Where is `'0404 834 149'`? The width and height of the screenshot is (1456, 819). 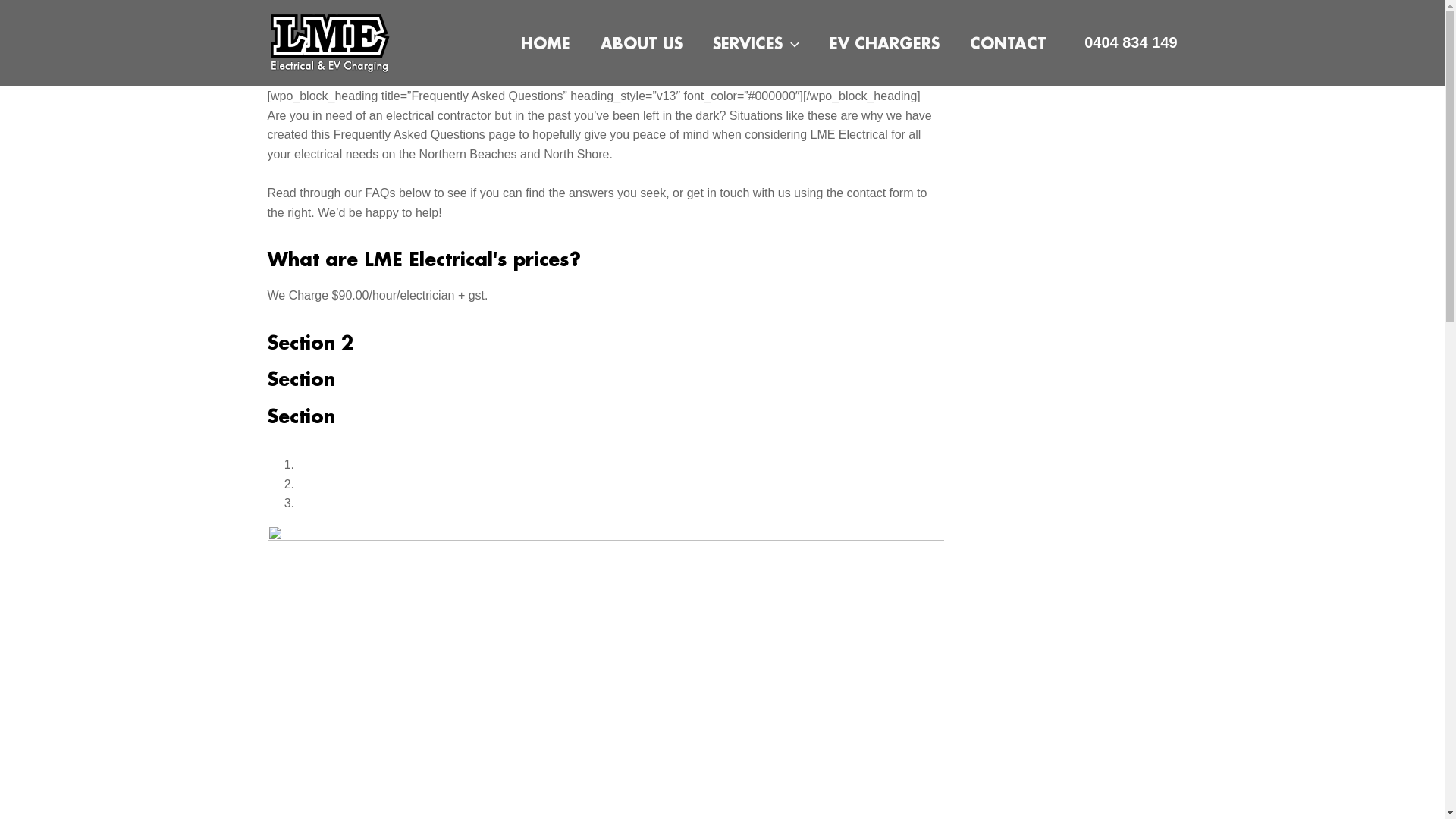
'0404 834 149' is located at coordinates (1127, 42).